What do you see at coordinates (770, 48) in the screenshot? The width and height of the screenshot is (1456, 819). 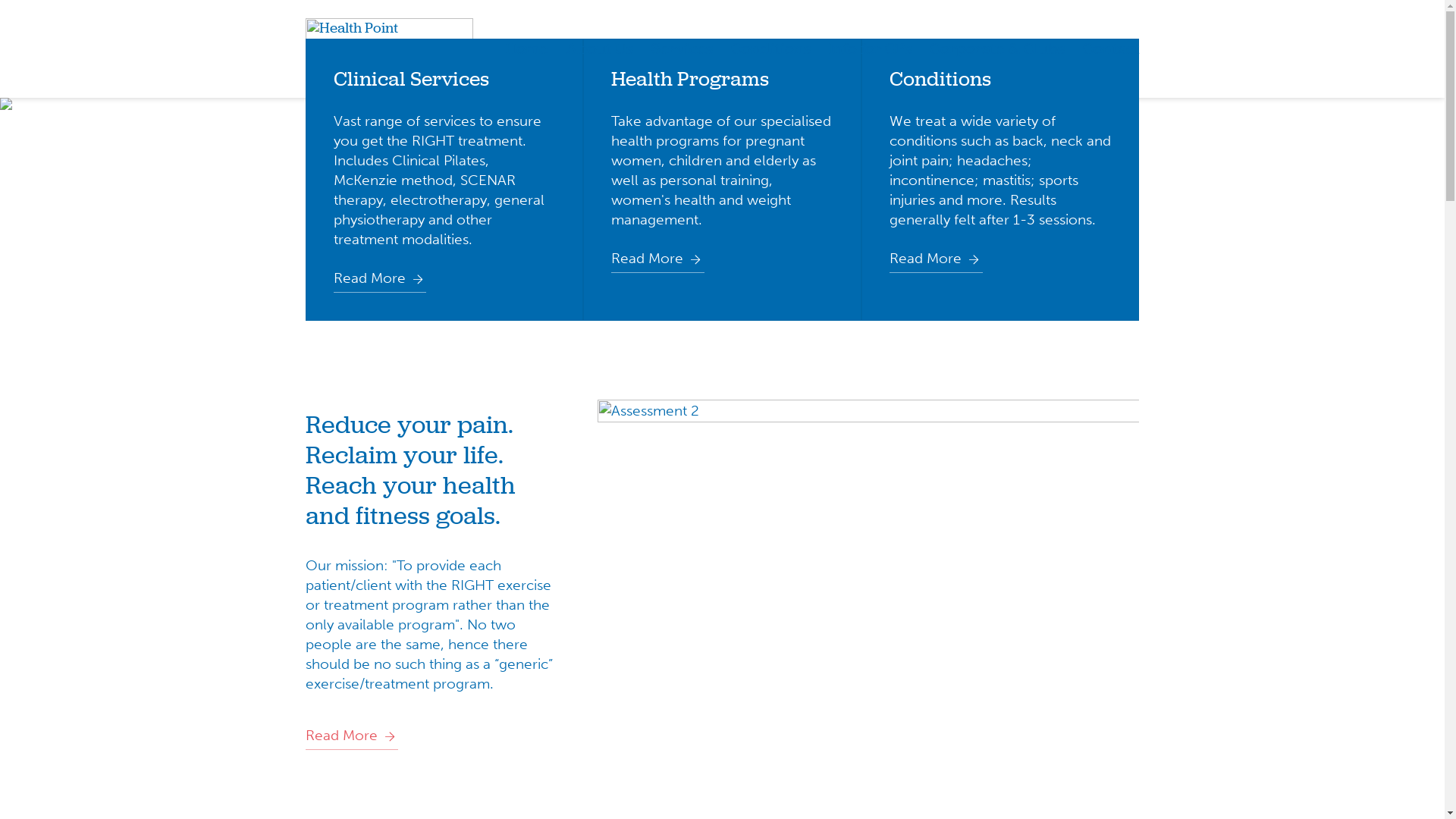 I see `'Conditions'` at bounding box center [770, 48].